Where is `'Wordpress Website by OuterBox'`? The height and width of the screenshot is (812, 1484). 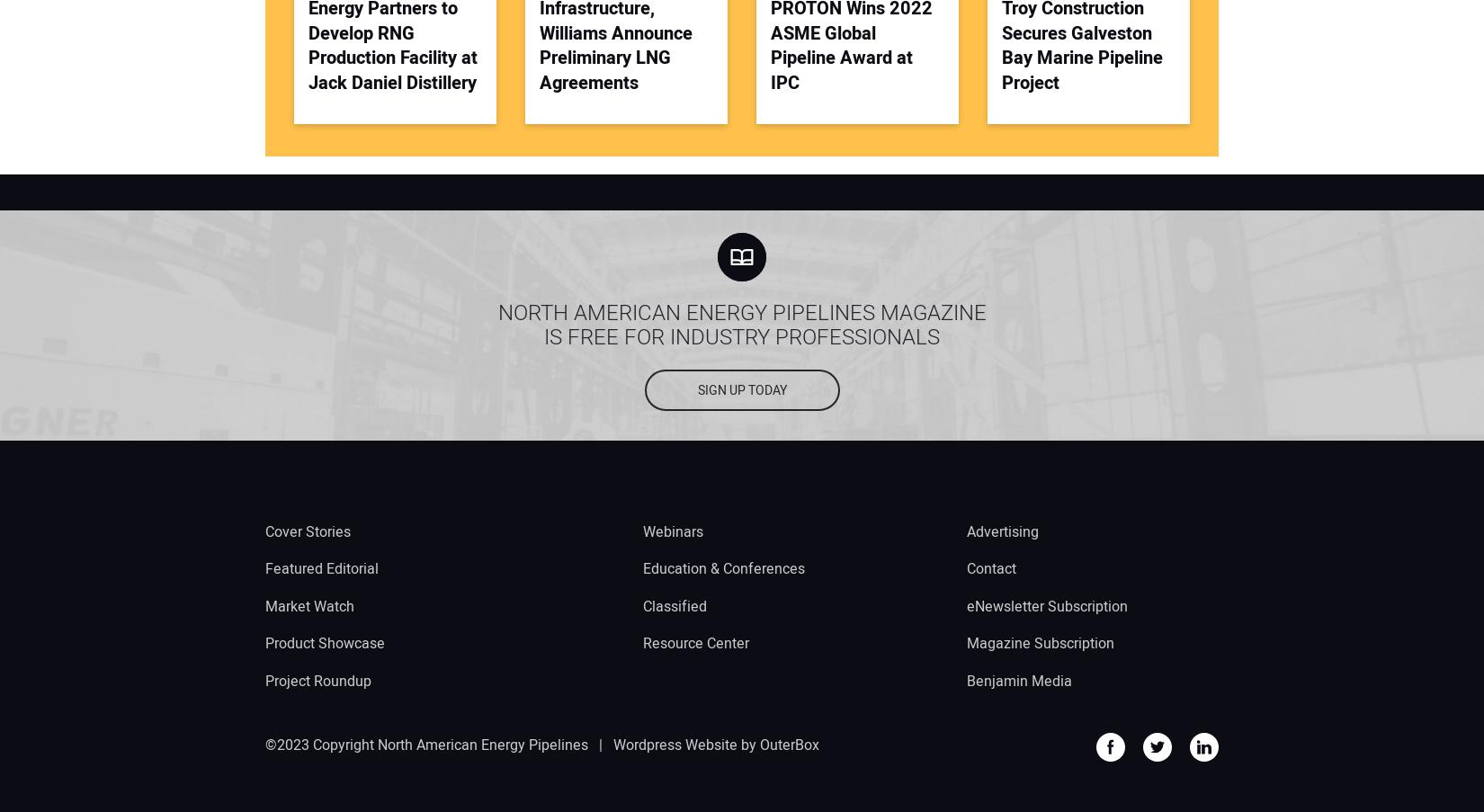
'Wordpress Website by OuterBox' is located at coordinates (715, 743).